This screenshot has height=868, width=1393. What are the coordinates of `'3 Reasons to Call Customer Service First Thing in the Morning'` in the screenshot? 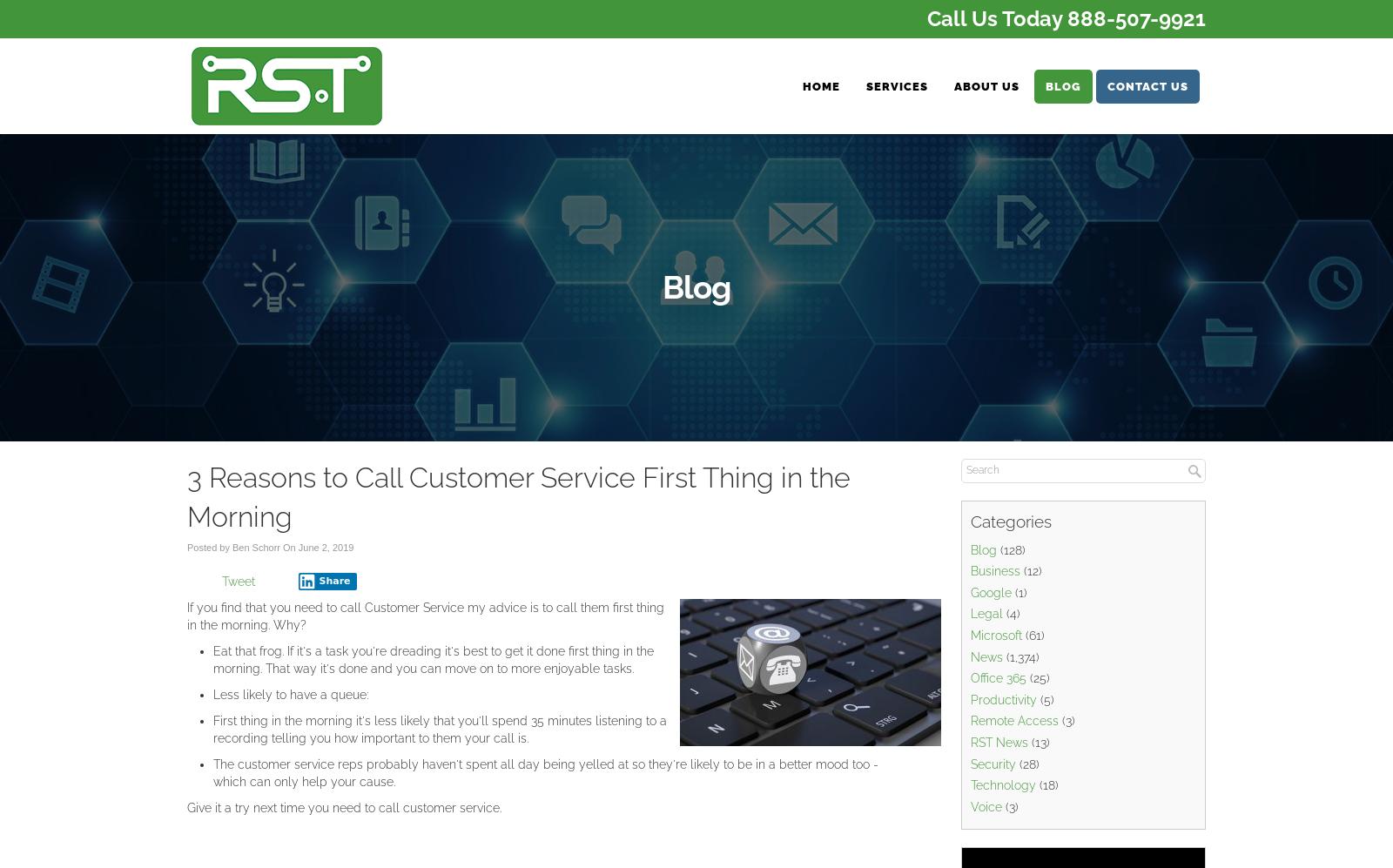 It's located at (518, 495).